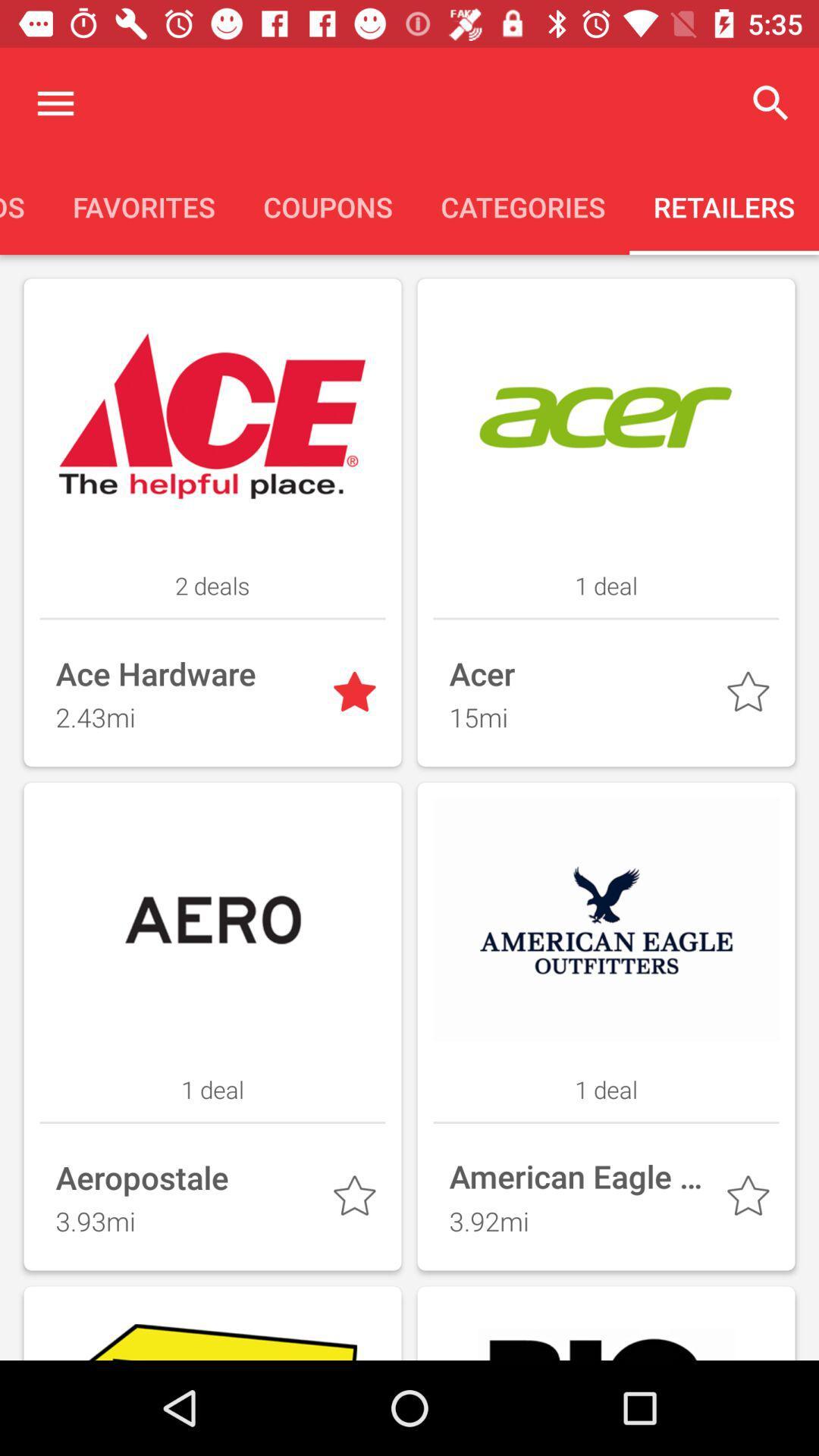 This screenshot has height=1456, width=819. I want to click on make item a favorite, so click(751, 695).